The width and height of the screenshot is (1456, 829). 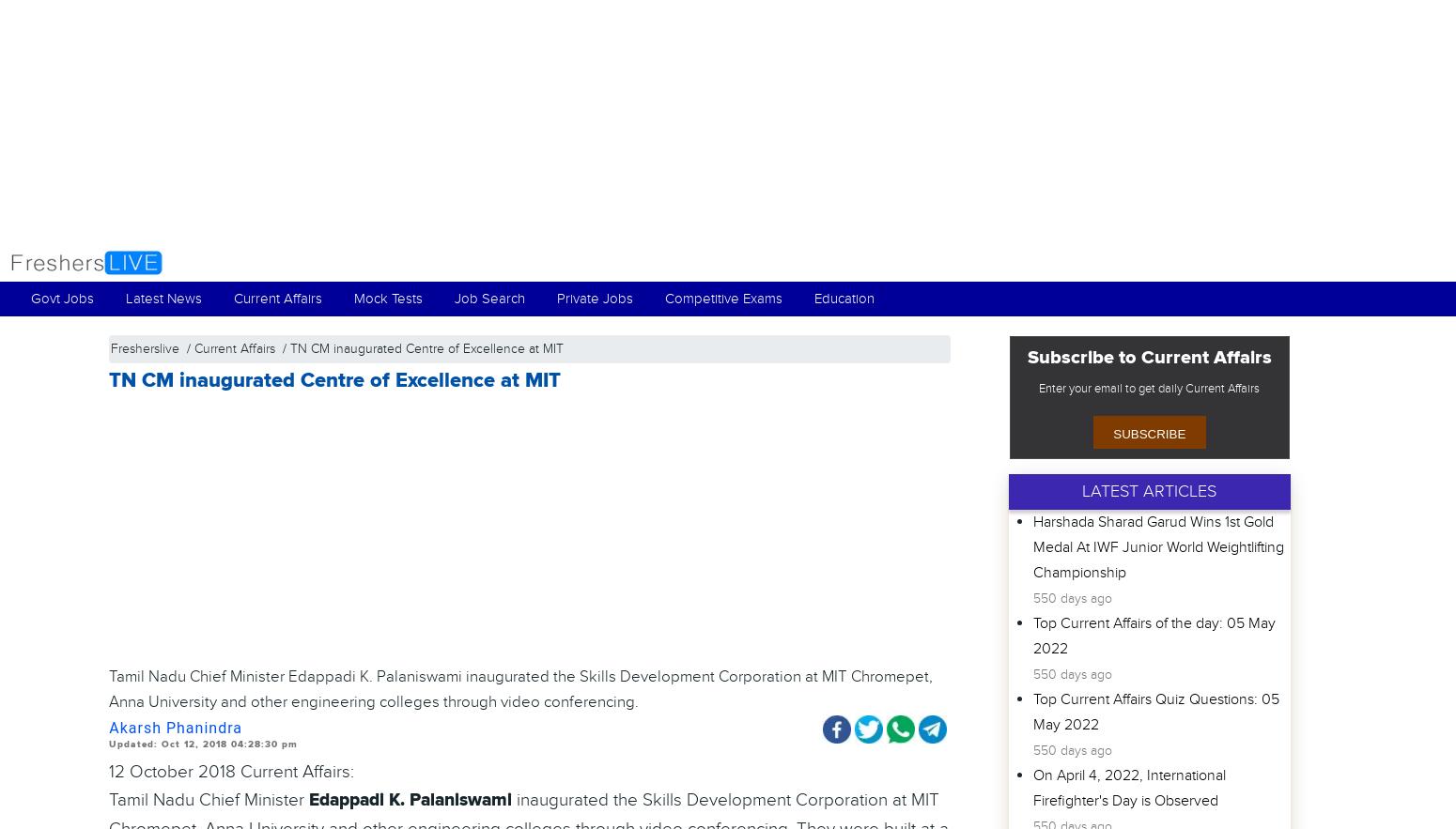 What do you see at coordinates (1148, 357) in the screenshot?
I see `'Subscribe to Current Affairs'` at bounding box center [1148, 357].